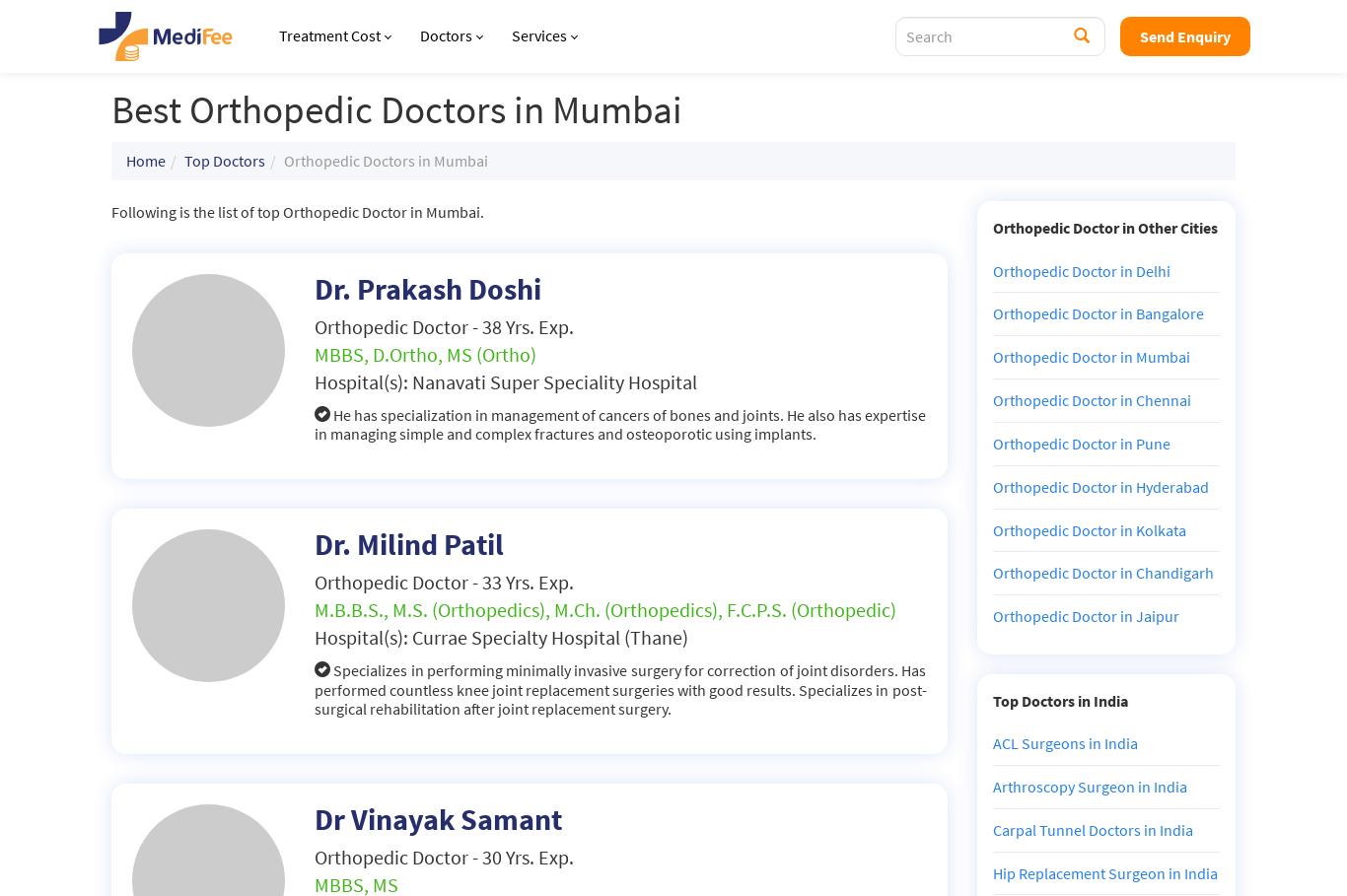 This screenshot has width=1347, height=896. I want to click on 'Orthopedic Doctor - 38 Yrs. Exp.', so click(443, 326).